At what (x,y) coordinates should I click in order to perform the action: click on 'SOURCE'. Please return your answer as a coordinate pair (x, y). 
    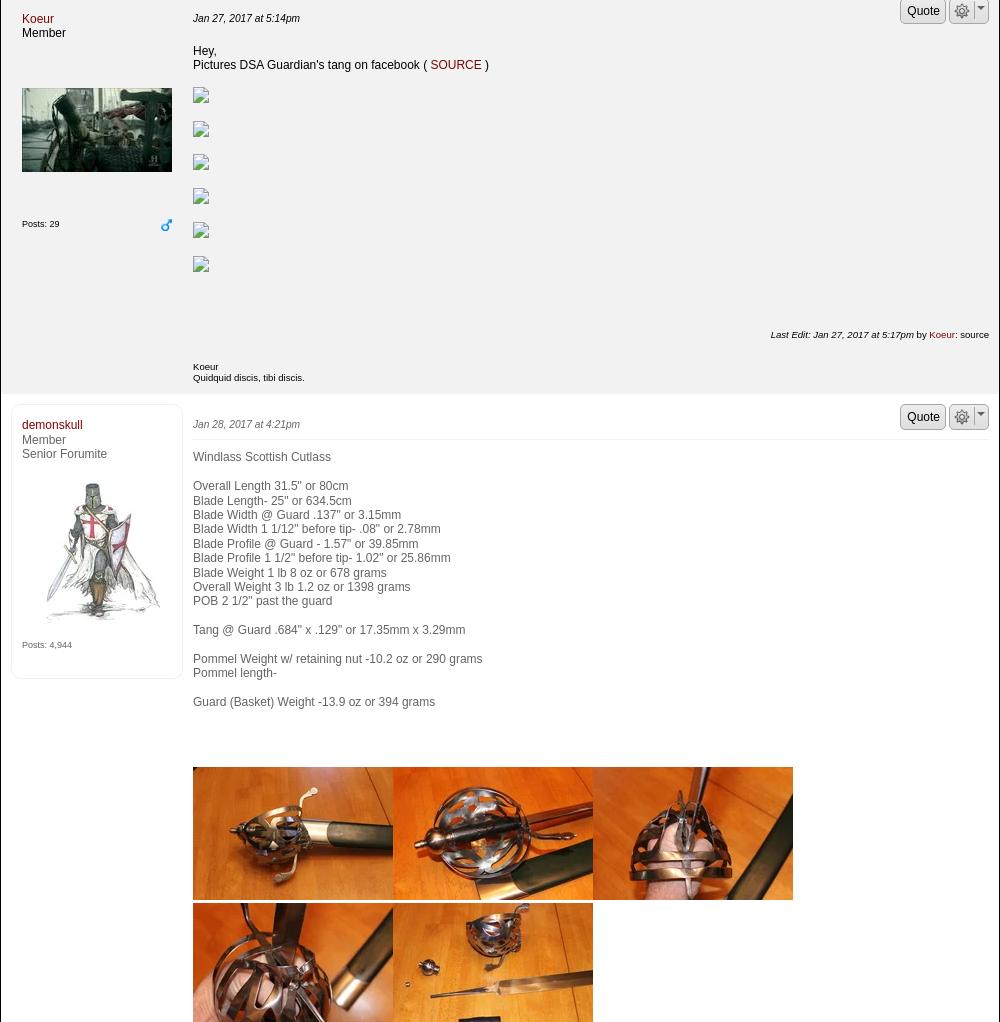
    Looking at the image, I should click on (454, 64).